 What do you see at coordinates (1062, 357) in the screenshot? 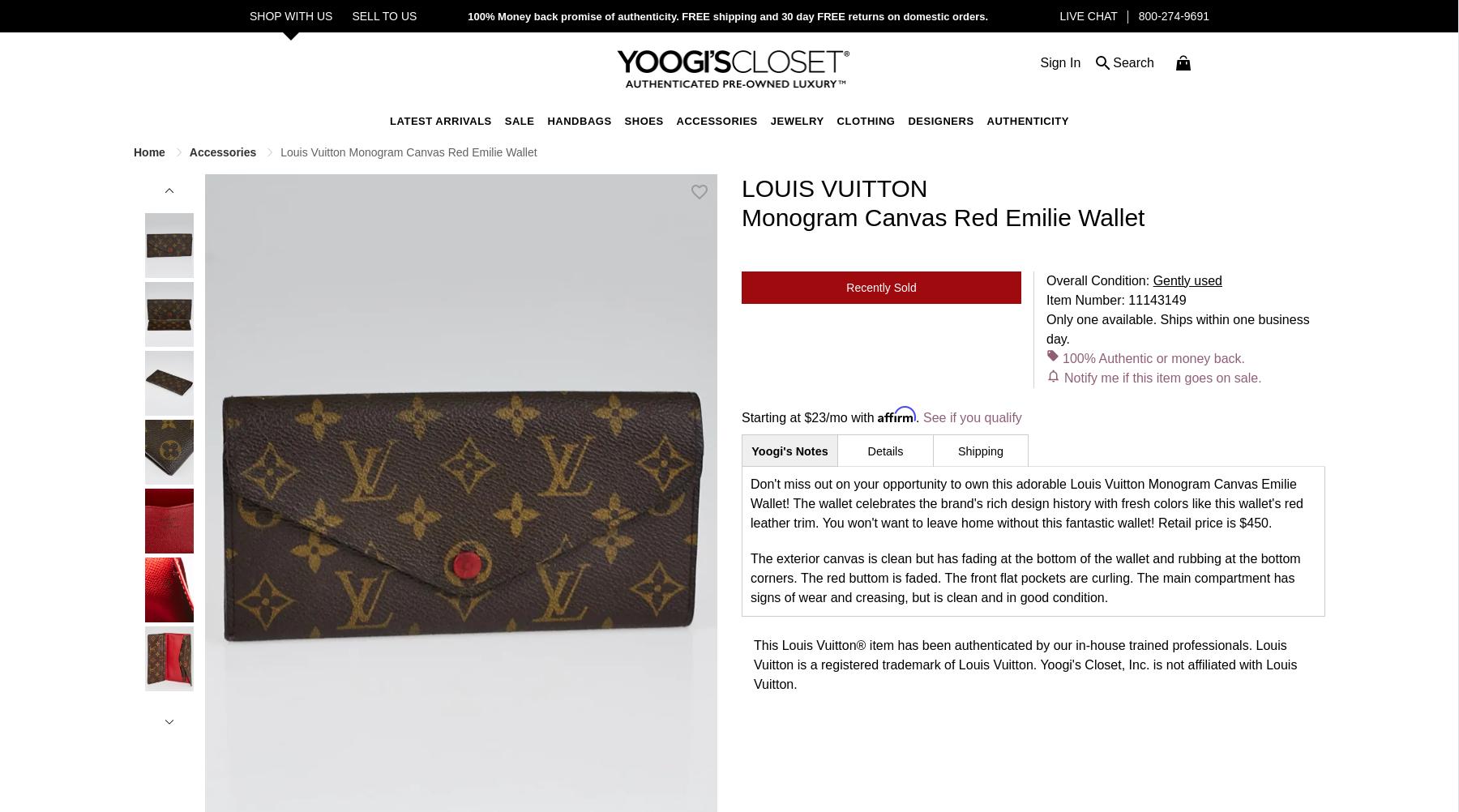
I see `'100% Authentic or money back.'` at bounding box center [1062, 357].